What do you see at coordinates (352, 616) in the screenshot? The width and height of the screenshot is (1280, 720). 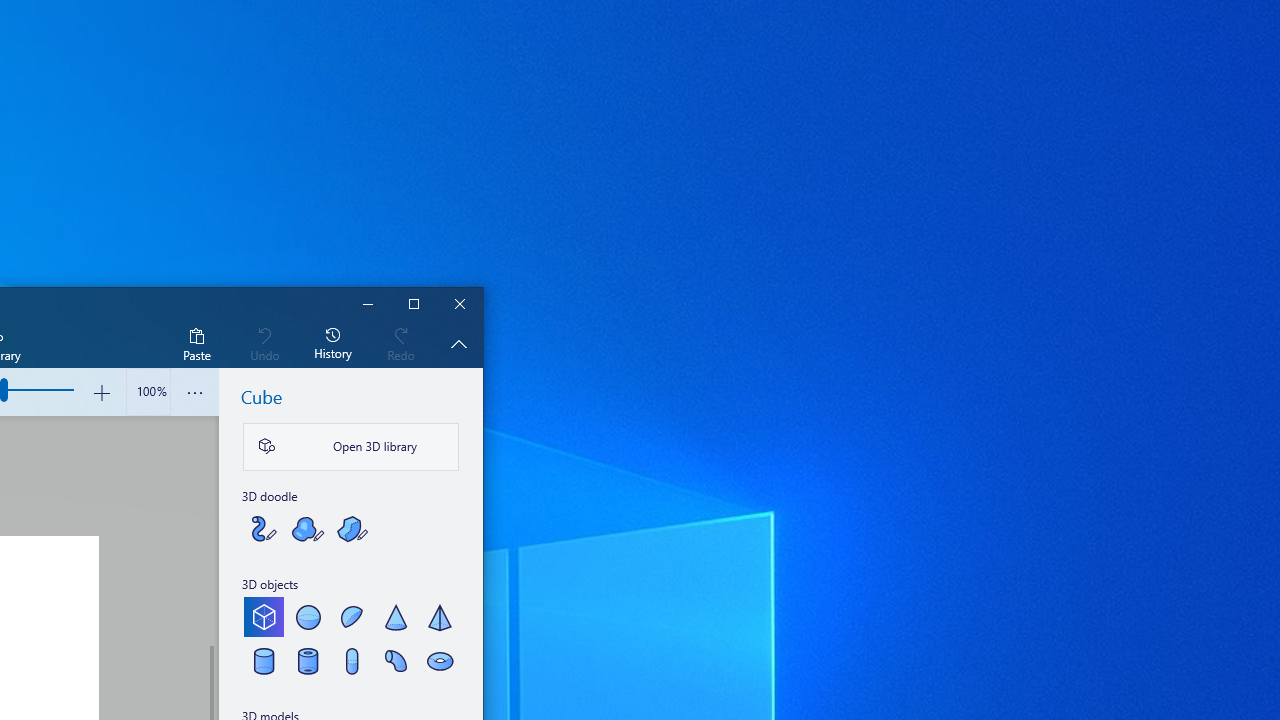 I see `'Hemisphere'` at bounding box center [352, 616].